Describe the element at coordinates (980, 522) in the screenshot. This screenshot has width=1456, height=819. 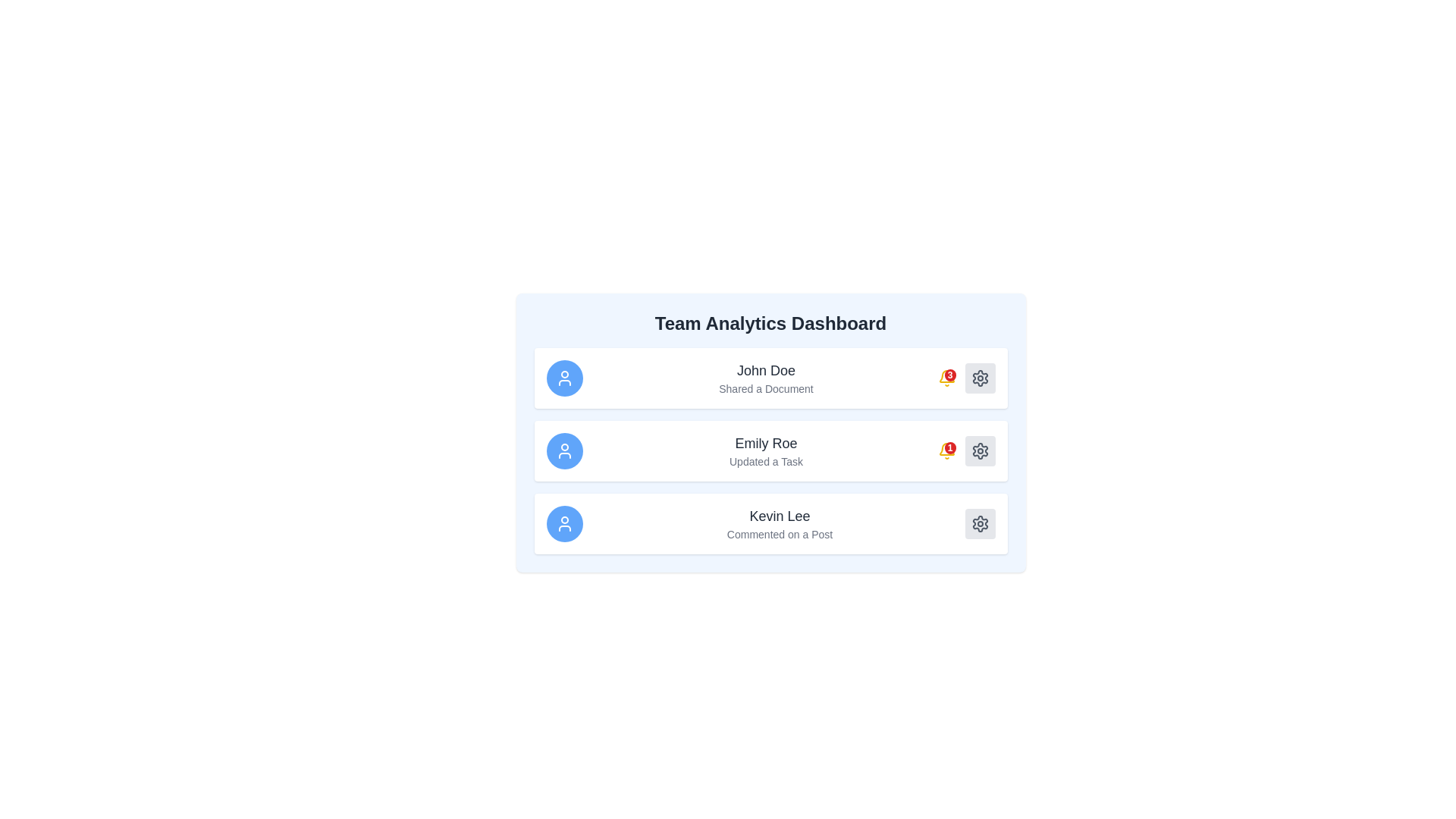
I see `the settings button located in the third row next to user Kevin Lee's information box` at that location.